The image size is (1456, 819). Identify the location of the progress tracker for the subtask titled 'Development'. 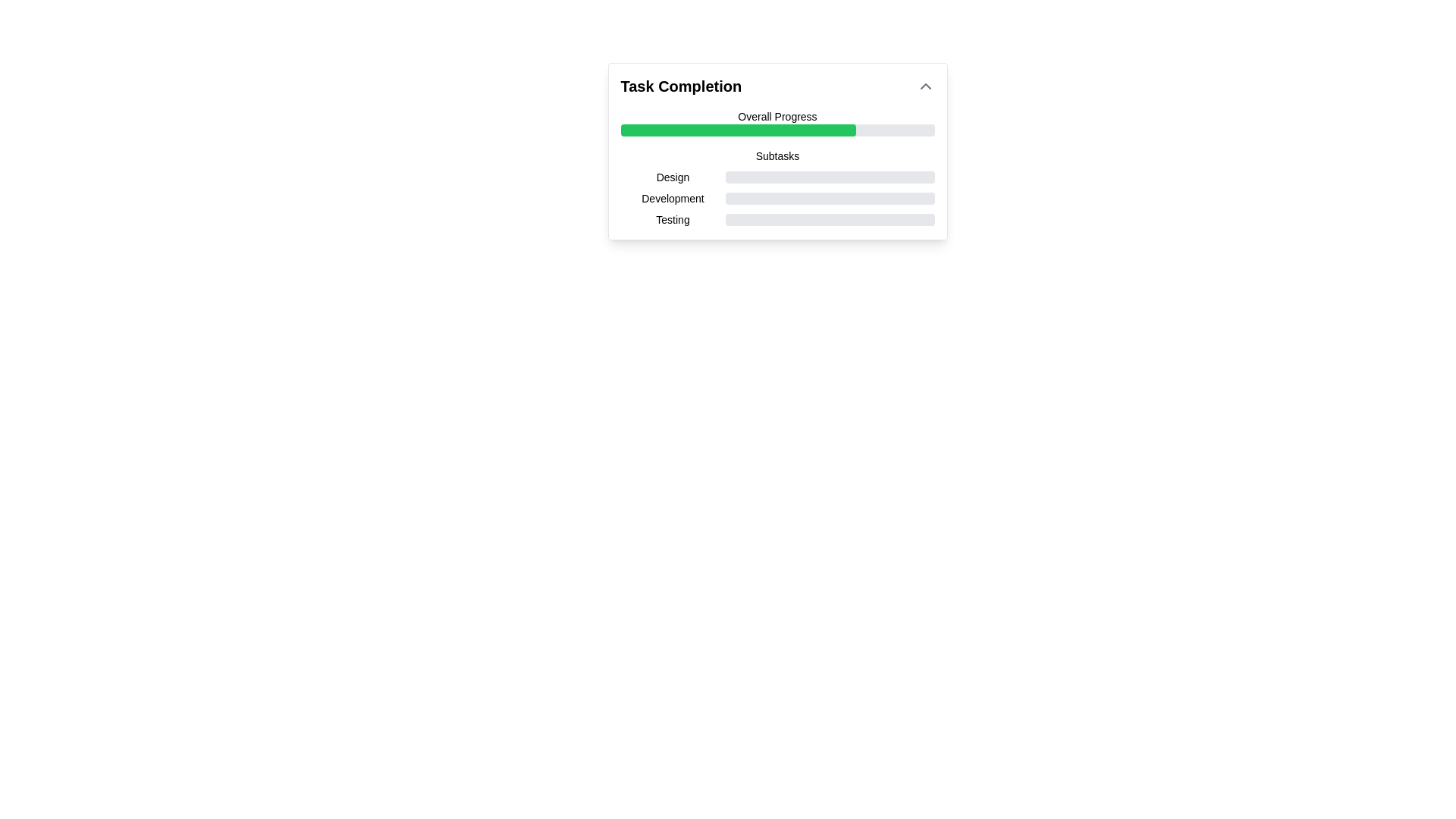
(777, 198).